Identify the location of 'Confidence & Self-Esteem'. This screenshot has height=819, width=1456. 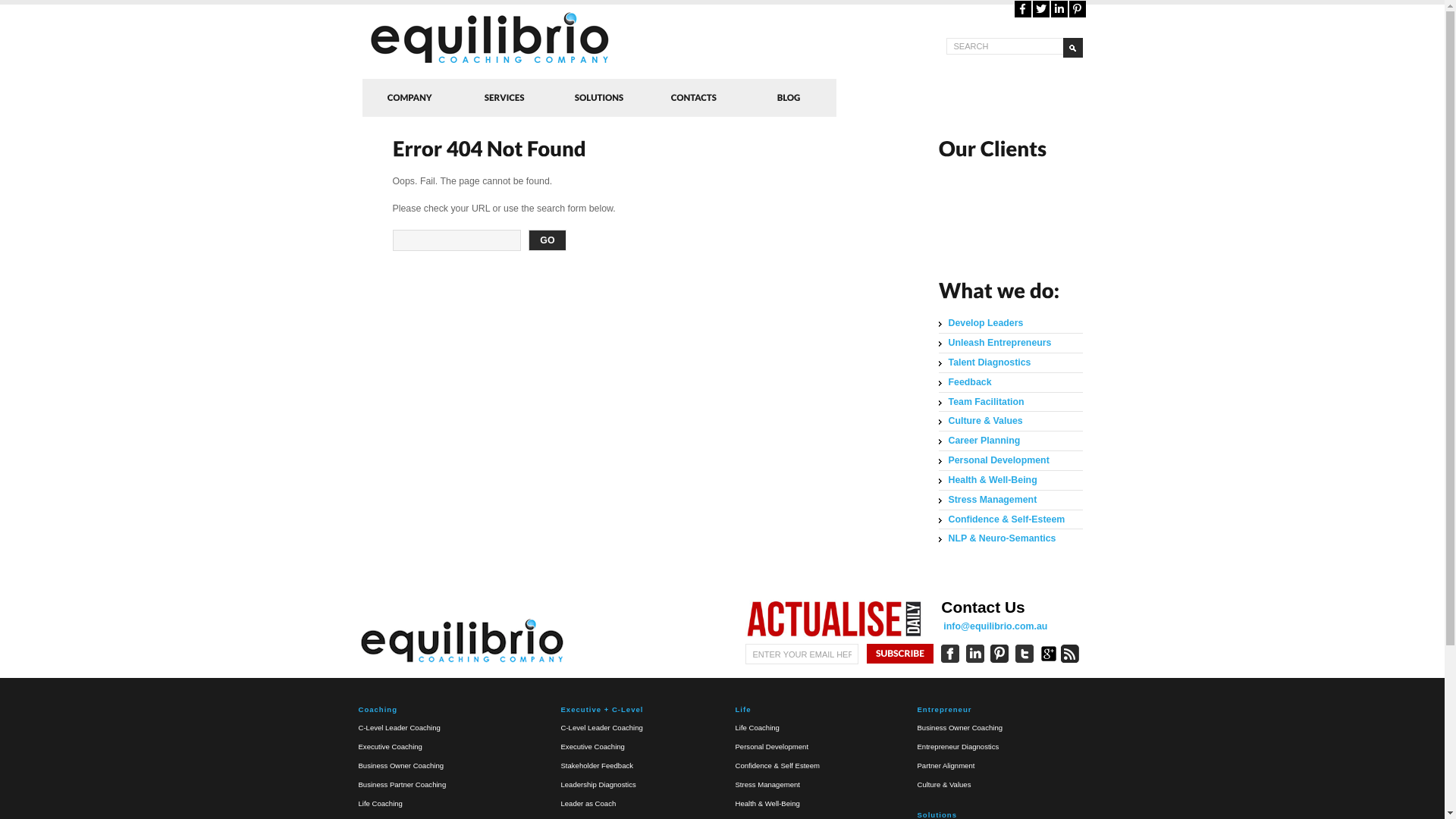
(1004, 519).